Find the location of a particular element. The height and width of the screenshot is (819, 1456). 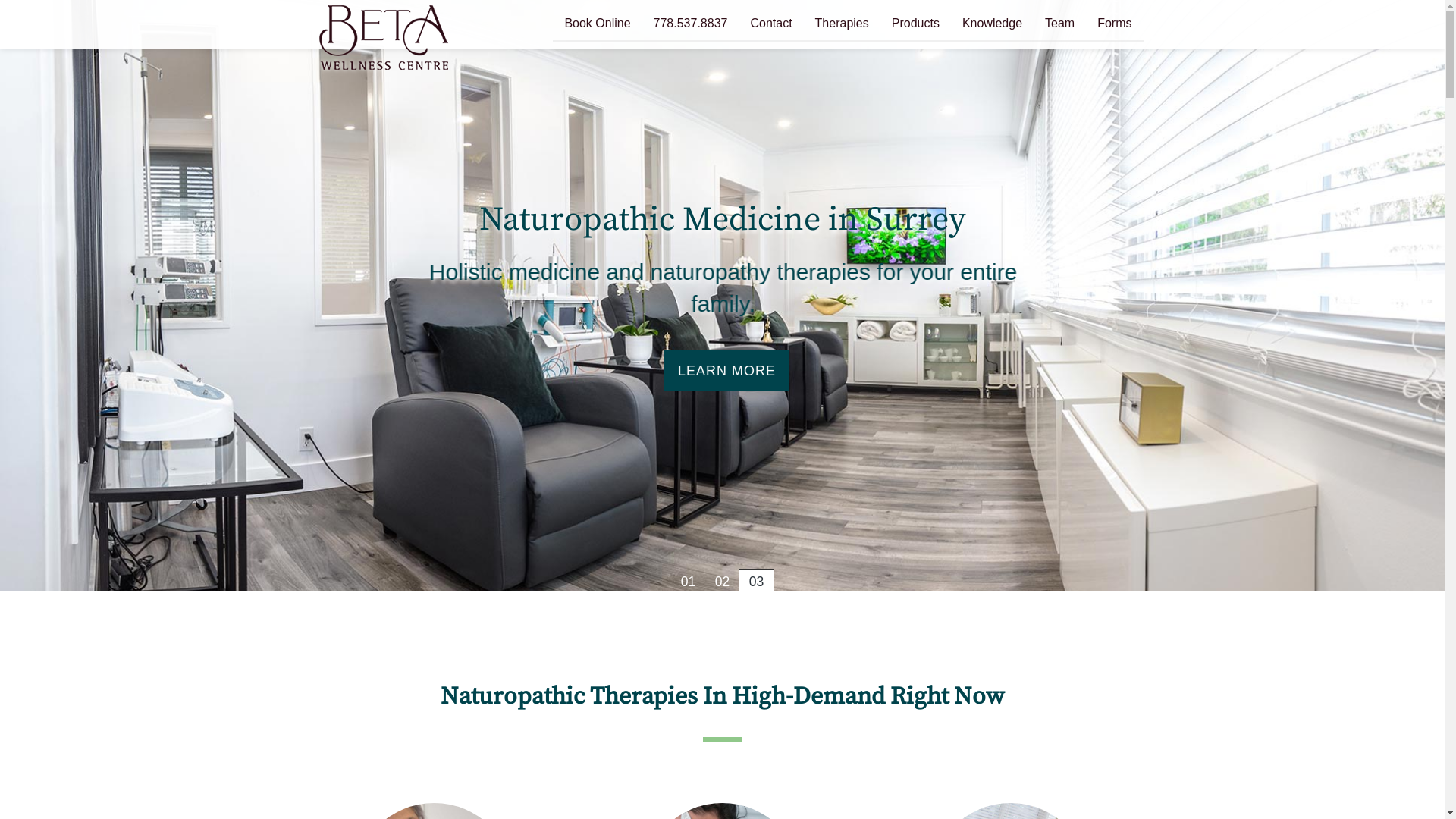

'Contact' is located at coordinates (770, 25).